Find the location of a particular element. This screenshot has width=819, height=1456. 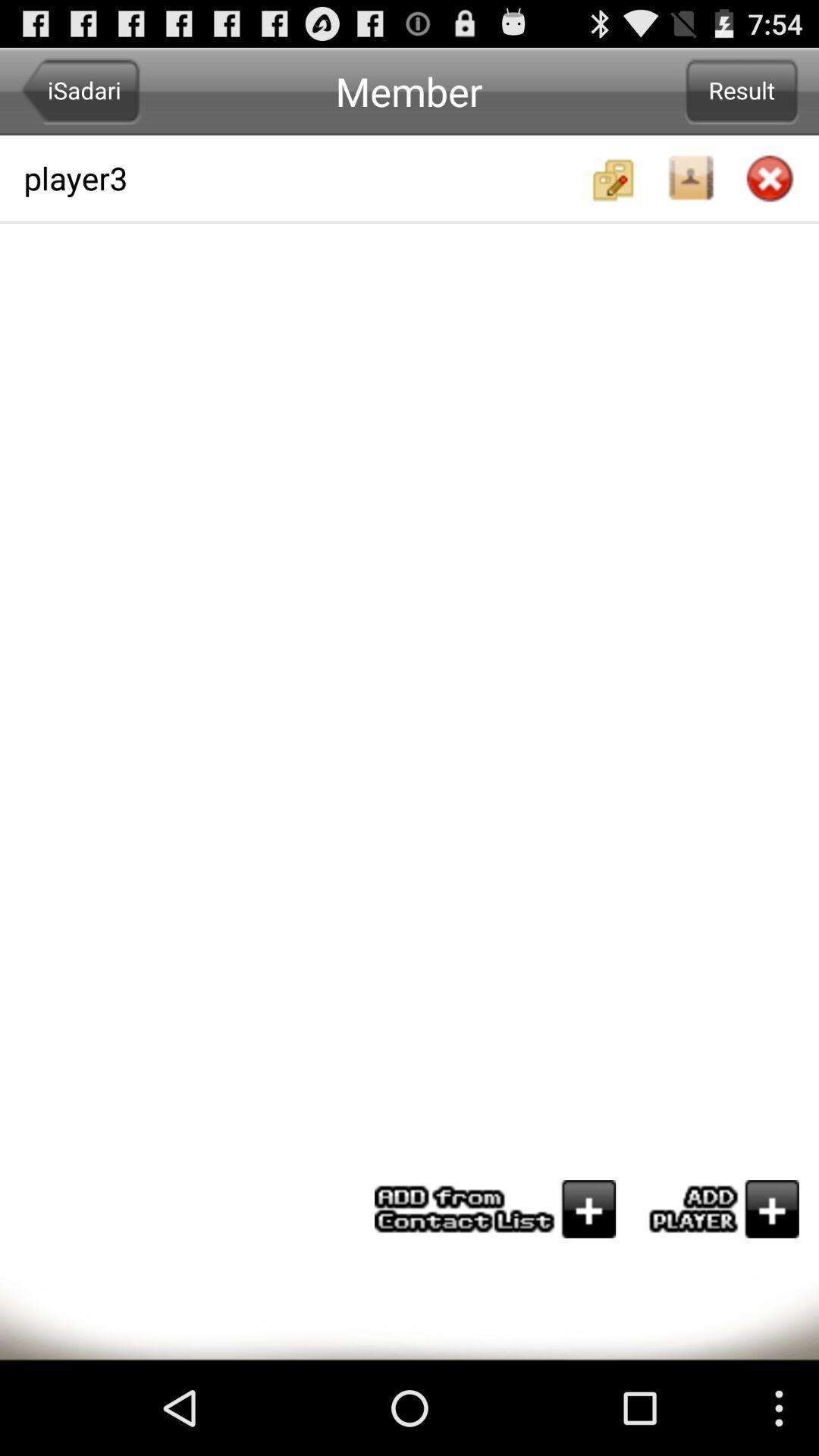

close is located at coordinates (770, 179).